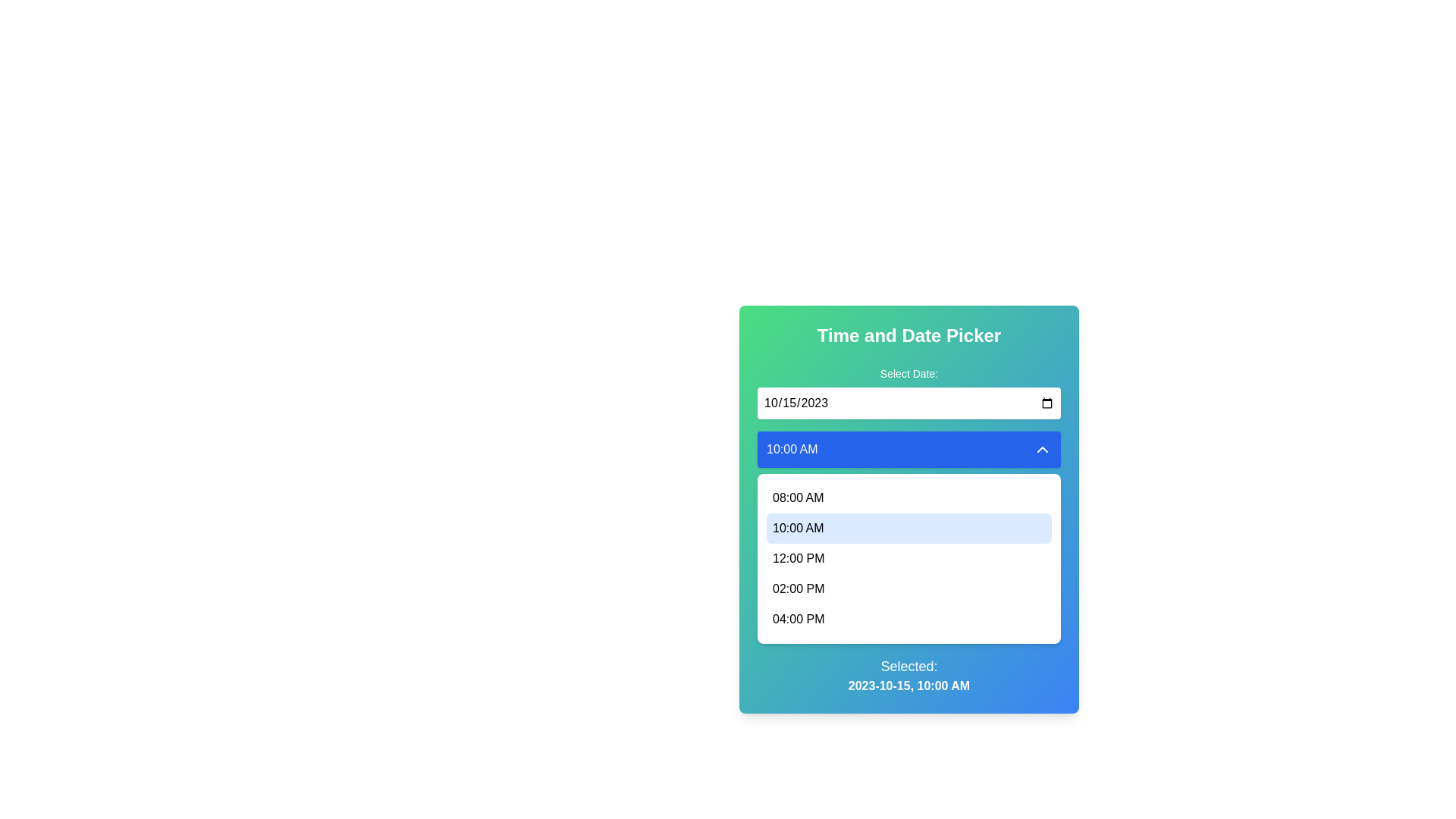 This screenshot has width=1456, height=819. I want to click on the dropdown menu containing time options, so click(909, 558).